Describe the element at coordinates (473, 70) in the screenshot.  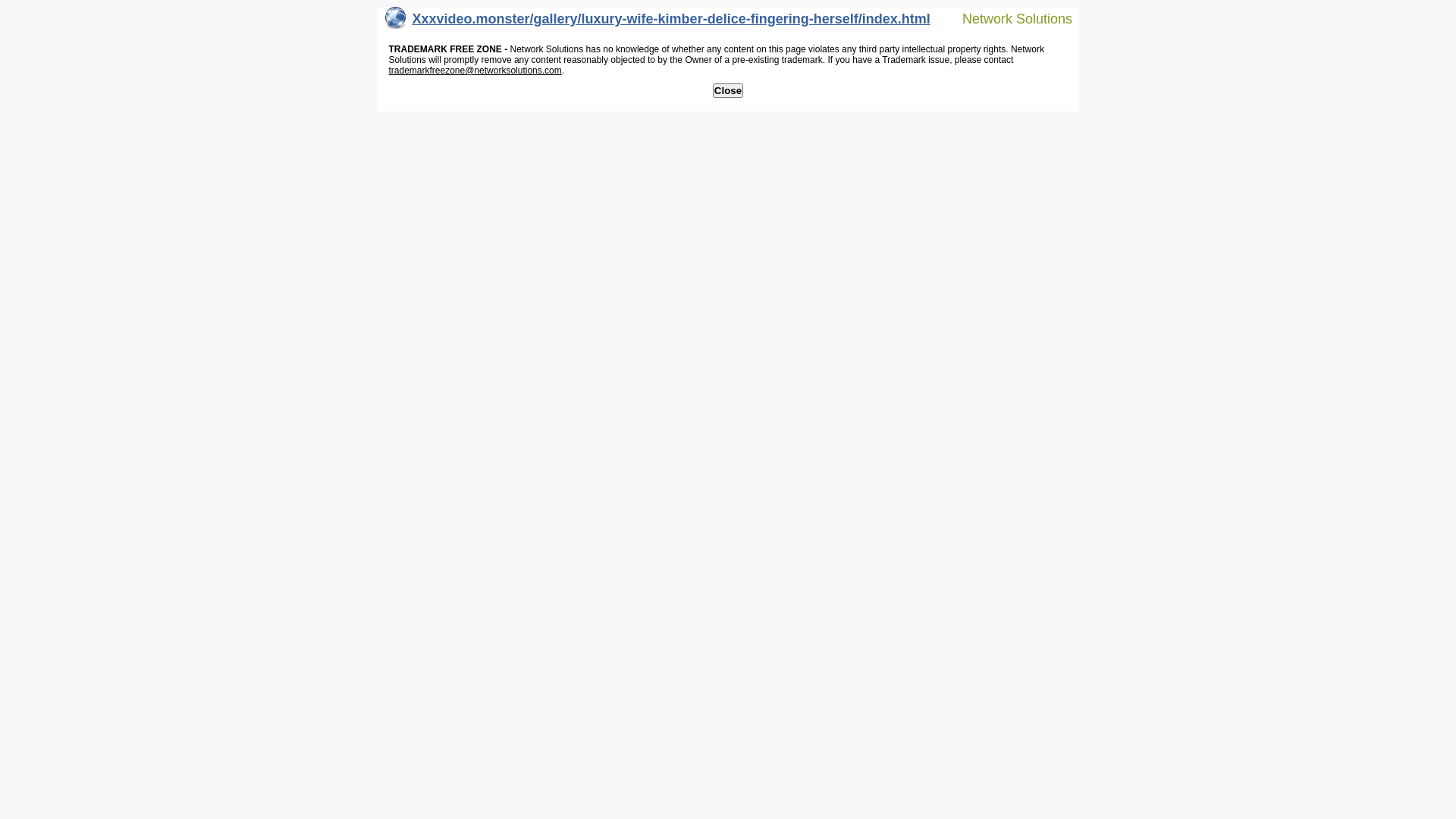
I see `'trademarkfreezone@networksolutions.com'` at that location.